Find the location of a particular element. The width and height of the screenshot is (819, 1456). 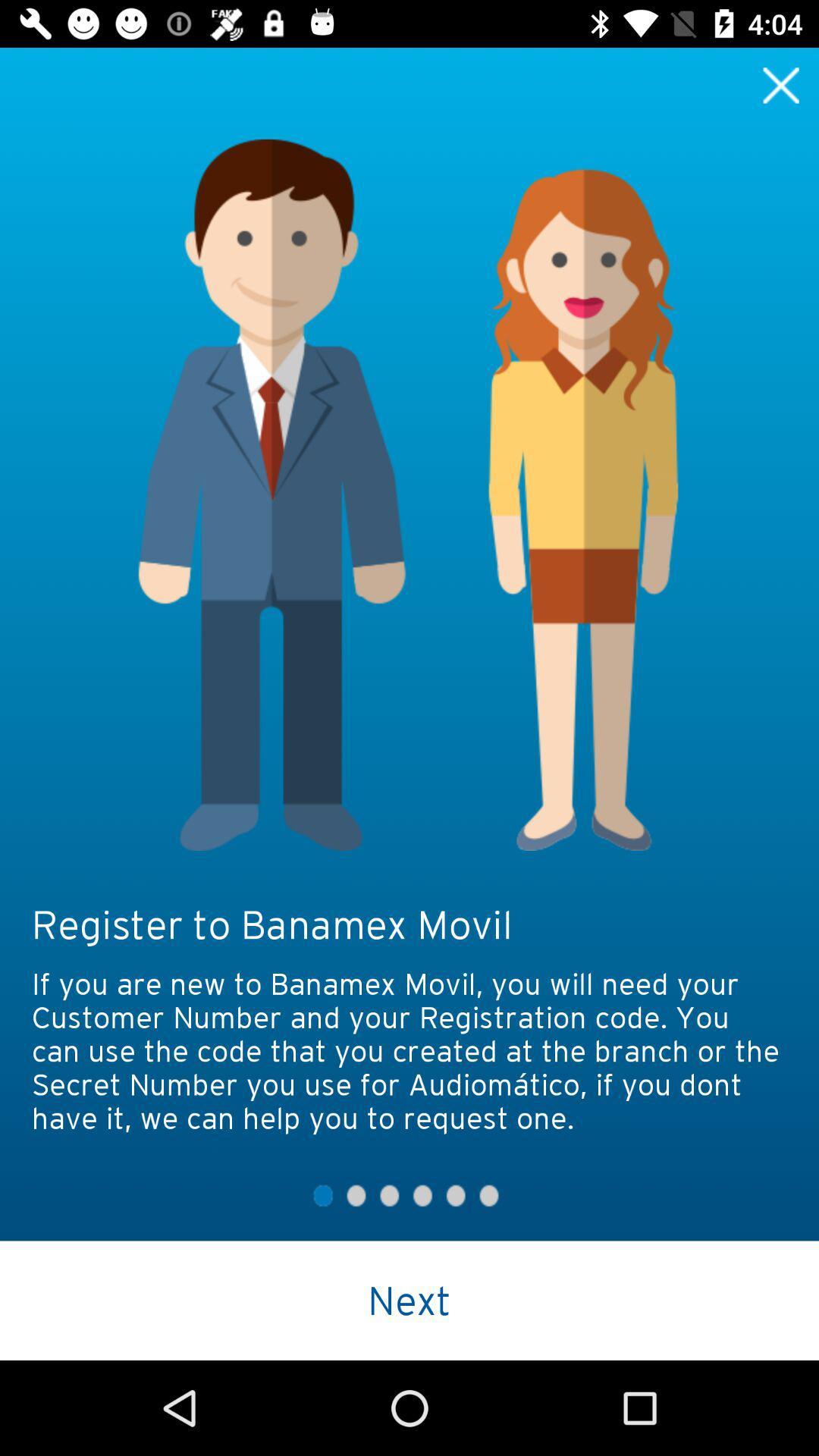

exit this page is located at coordinates (781, 84).